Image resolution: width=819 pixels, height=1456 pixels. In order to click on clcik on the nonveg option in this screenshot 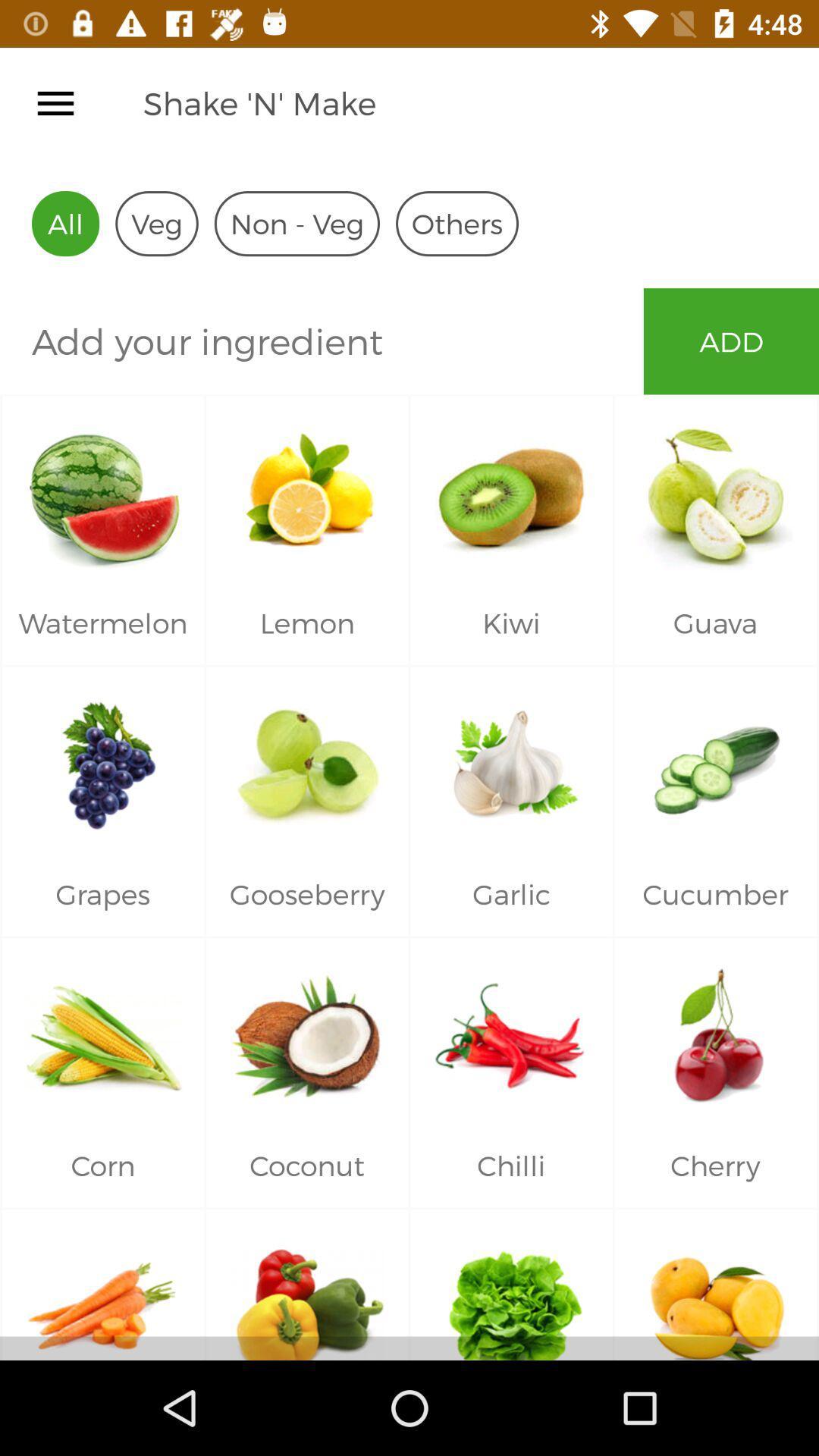, I will do `click(297, 222)`.